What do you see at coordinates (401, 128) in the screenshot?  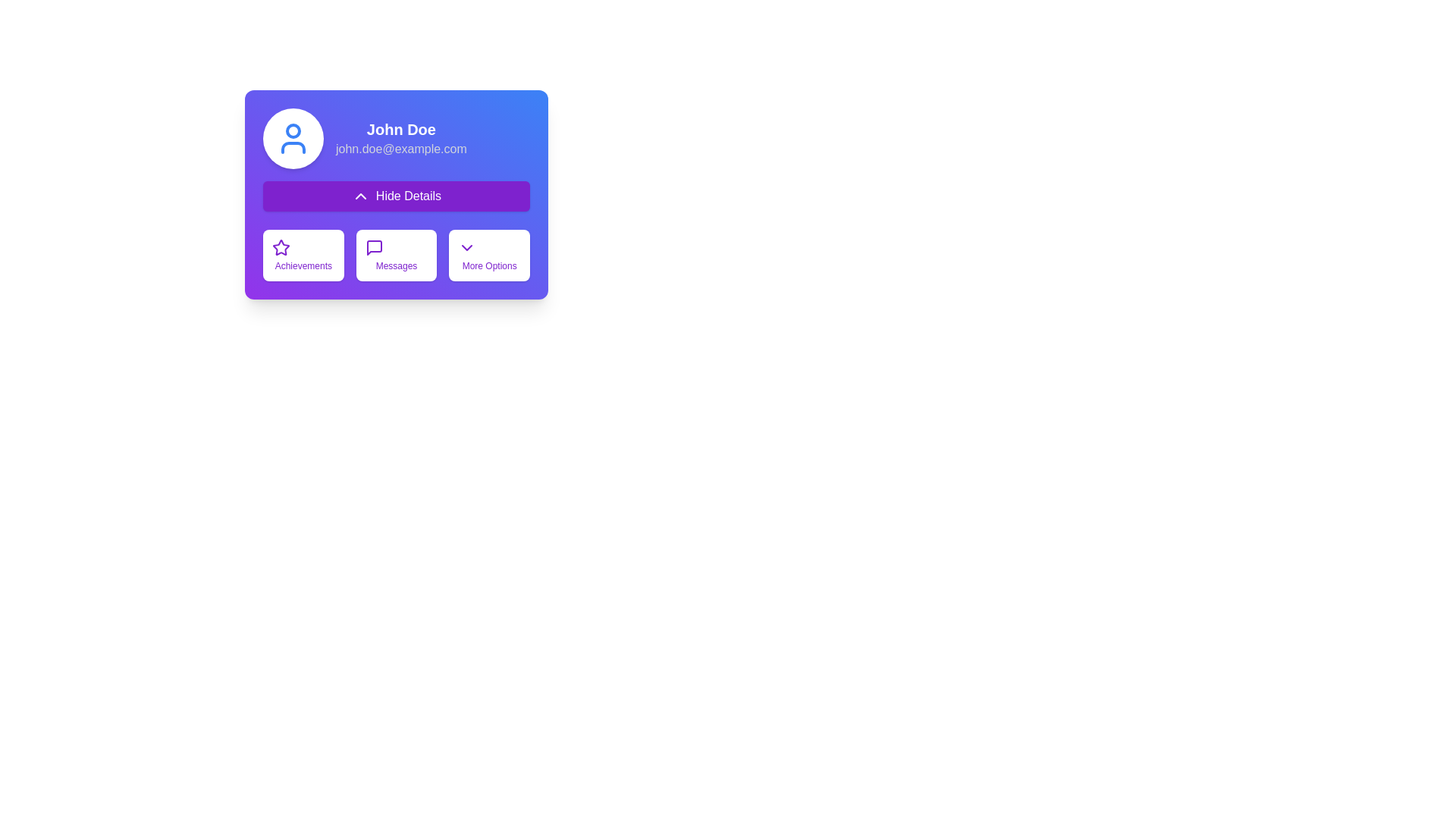 I see `the text label displaying the name 'John Doe', which is located at the top-left area of the user profile card` at bounding box center [401, 128].